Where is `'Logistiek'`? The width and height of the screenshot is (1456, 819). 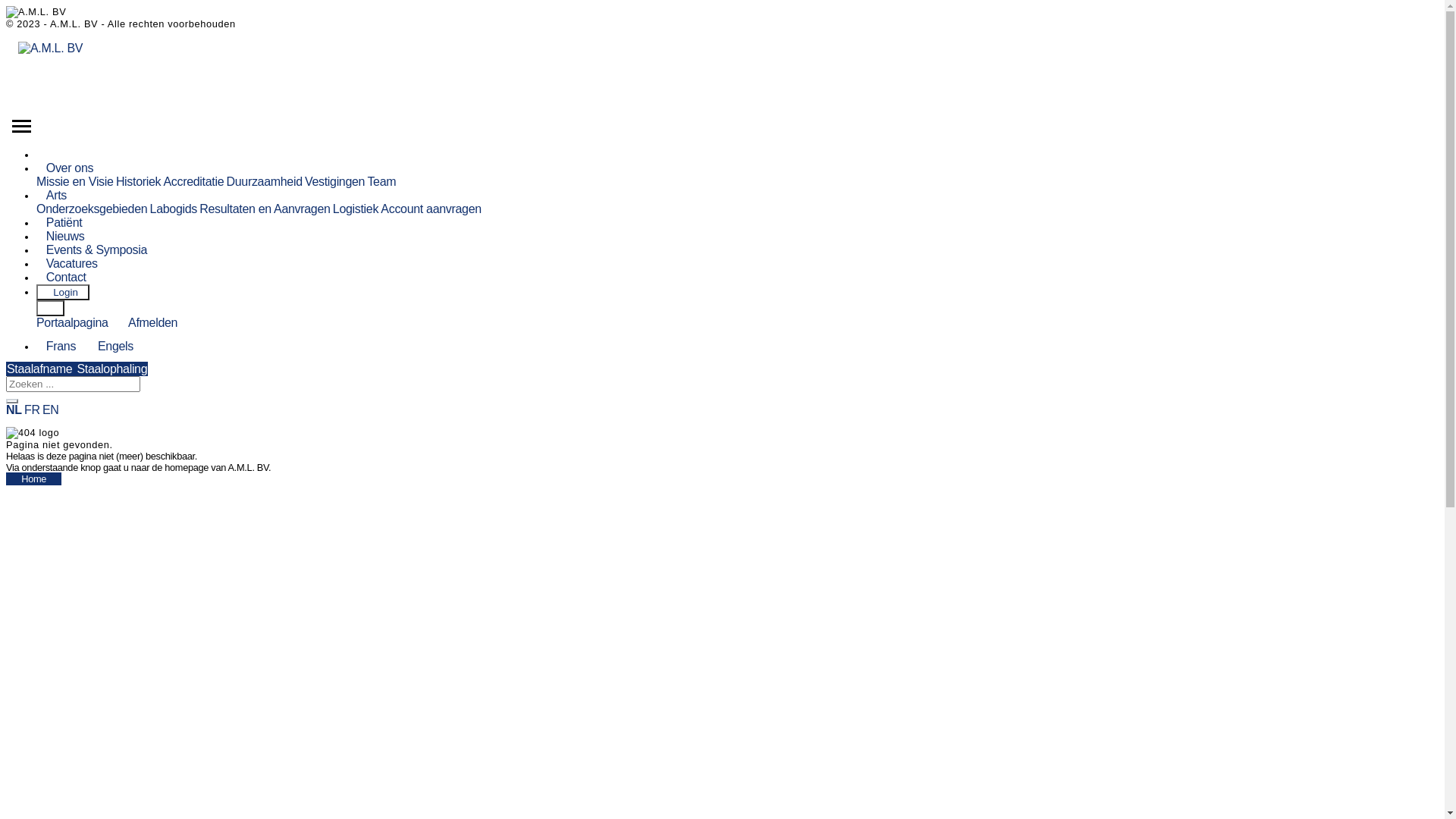 'Logistiek' is located at coordinates (355, 209).